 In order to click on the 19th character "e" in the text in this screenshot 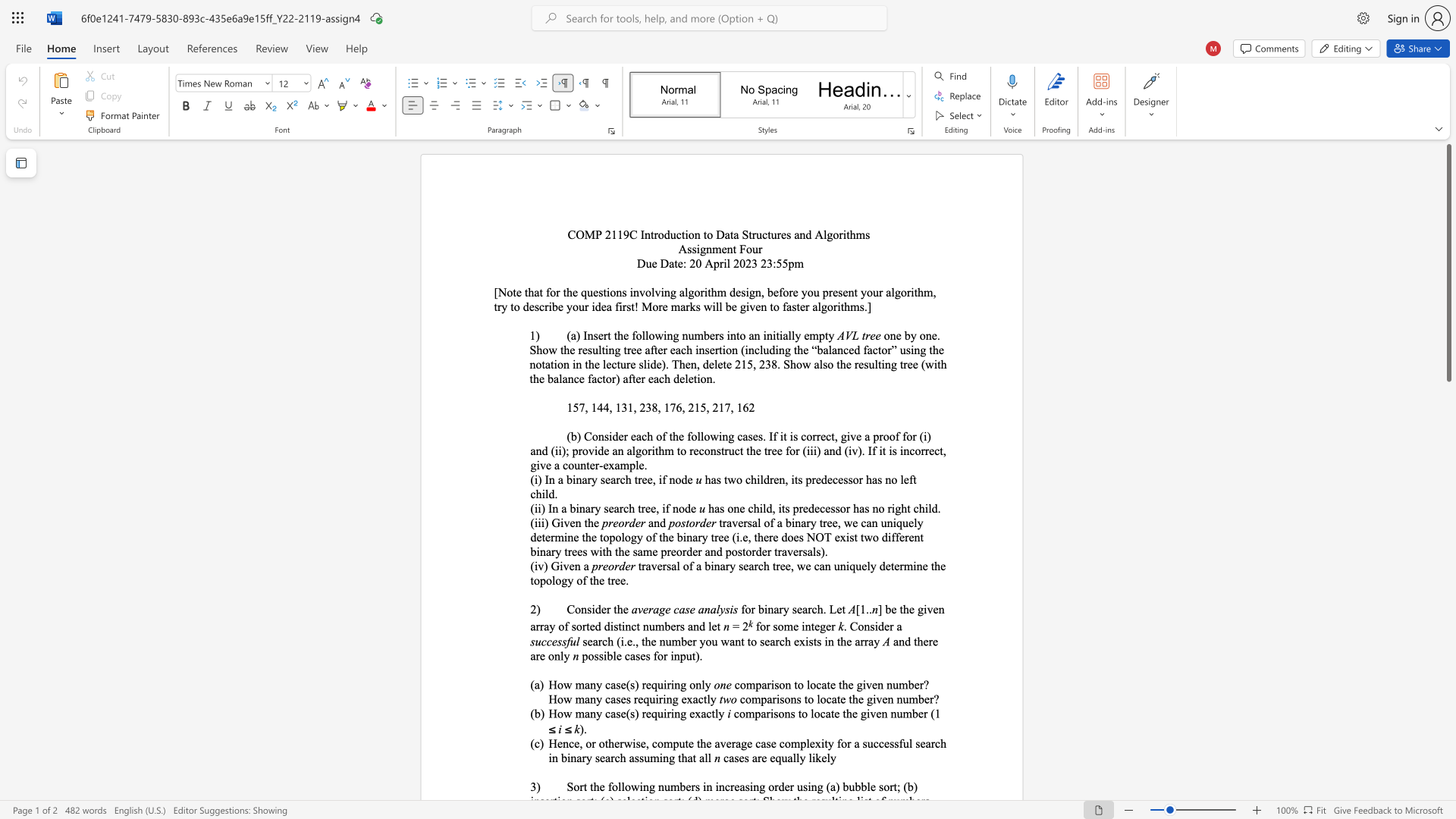, I will do `click(910, 536)`.